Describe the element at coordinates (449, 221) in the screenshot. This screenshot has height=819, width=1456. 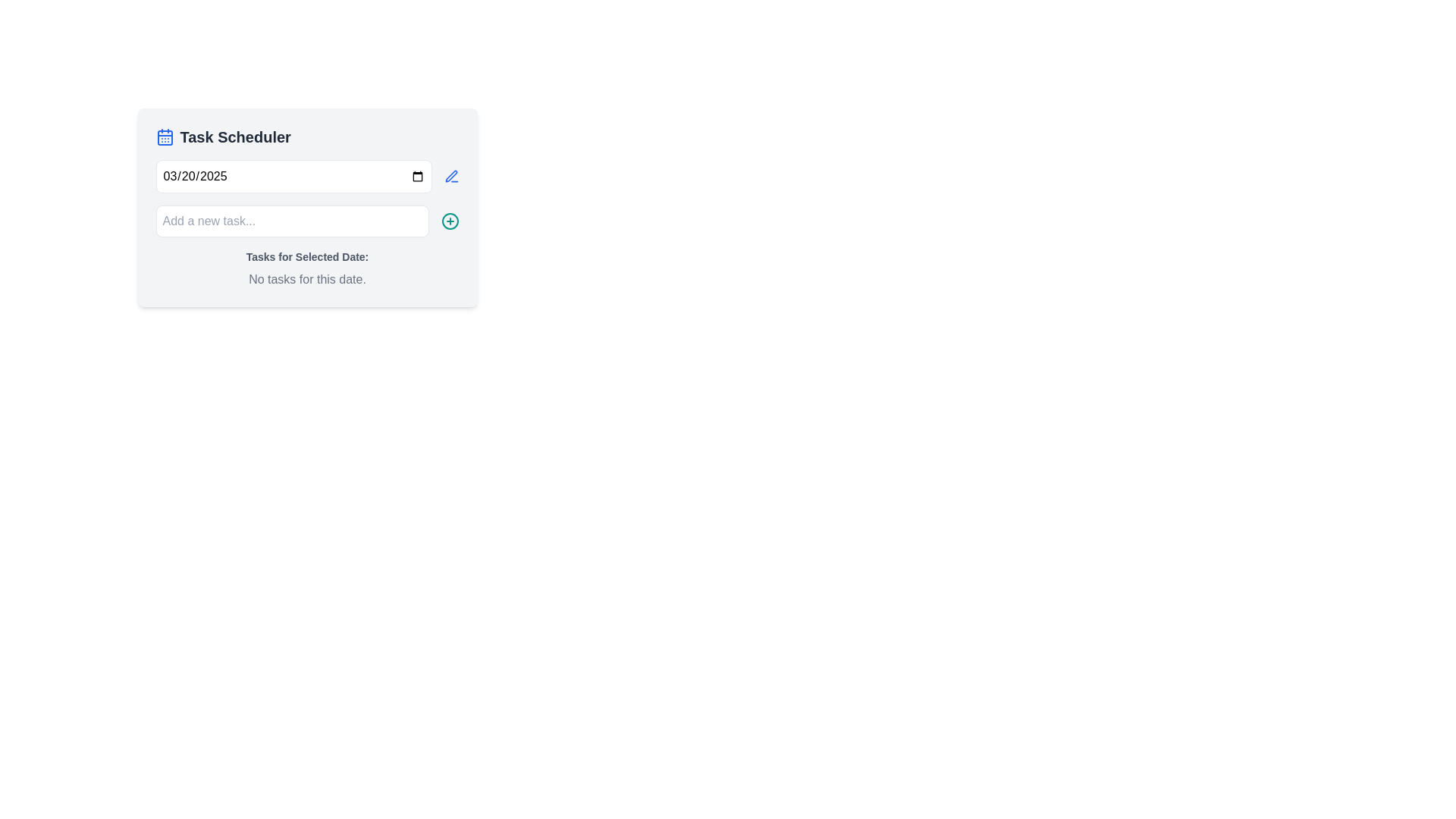
I see `the filled circle SVG element, which is centrally located within the circular plus icon in the task scheduler interface` at that location.